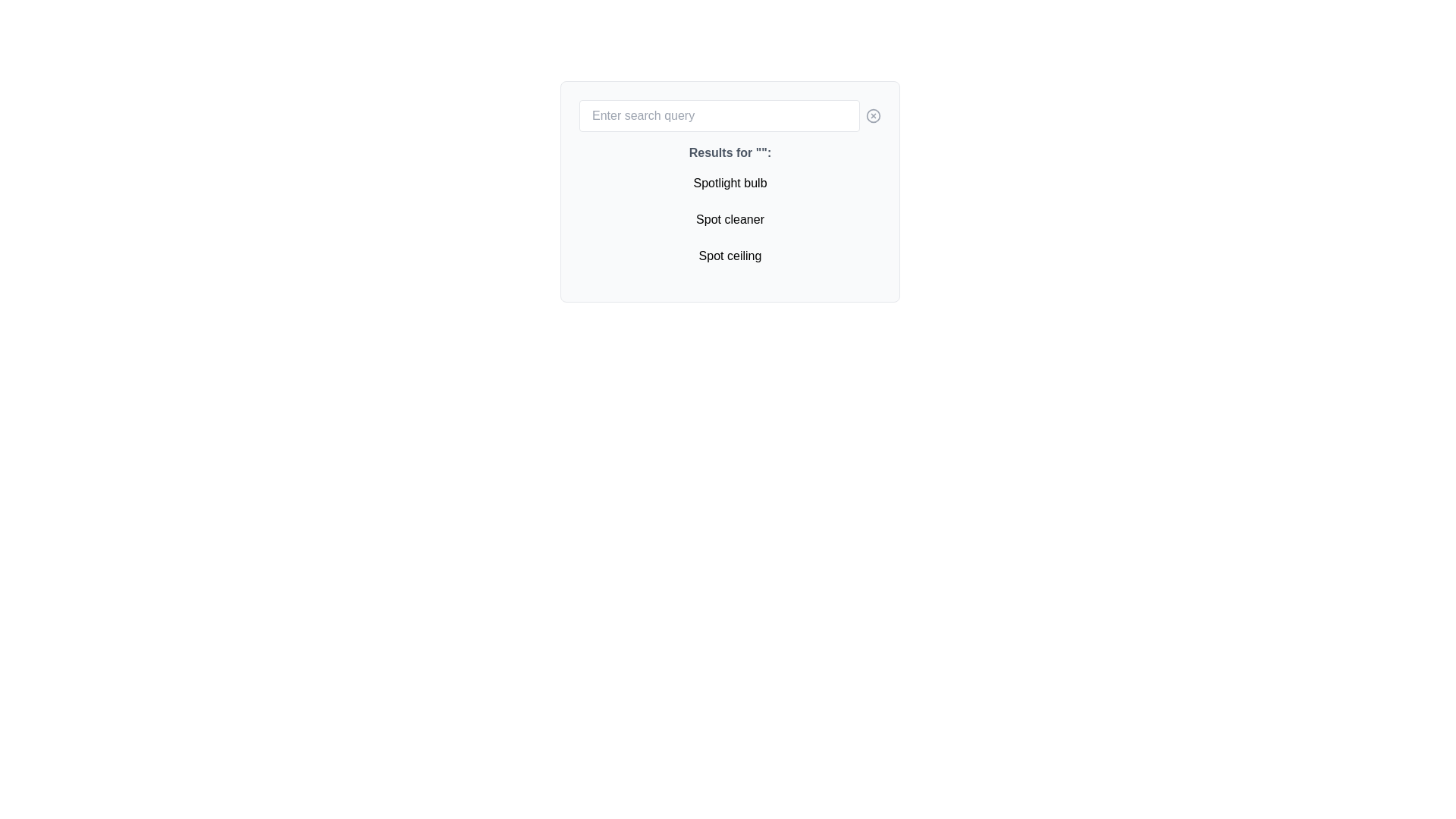 This screenshot has width=1456, height=819. Describe the element at coordinates (742, 182) in the screenshot. I see `the whitespace divider located at the end of the word 'Spotlight' in the text 'Spotlight bulb' within the second item of a list` at that location.